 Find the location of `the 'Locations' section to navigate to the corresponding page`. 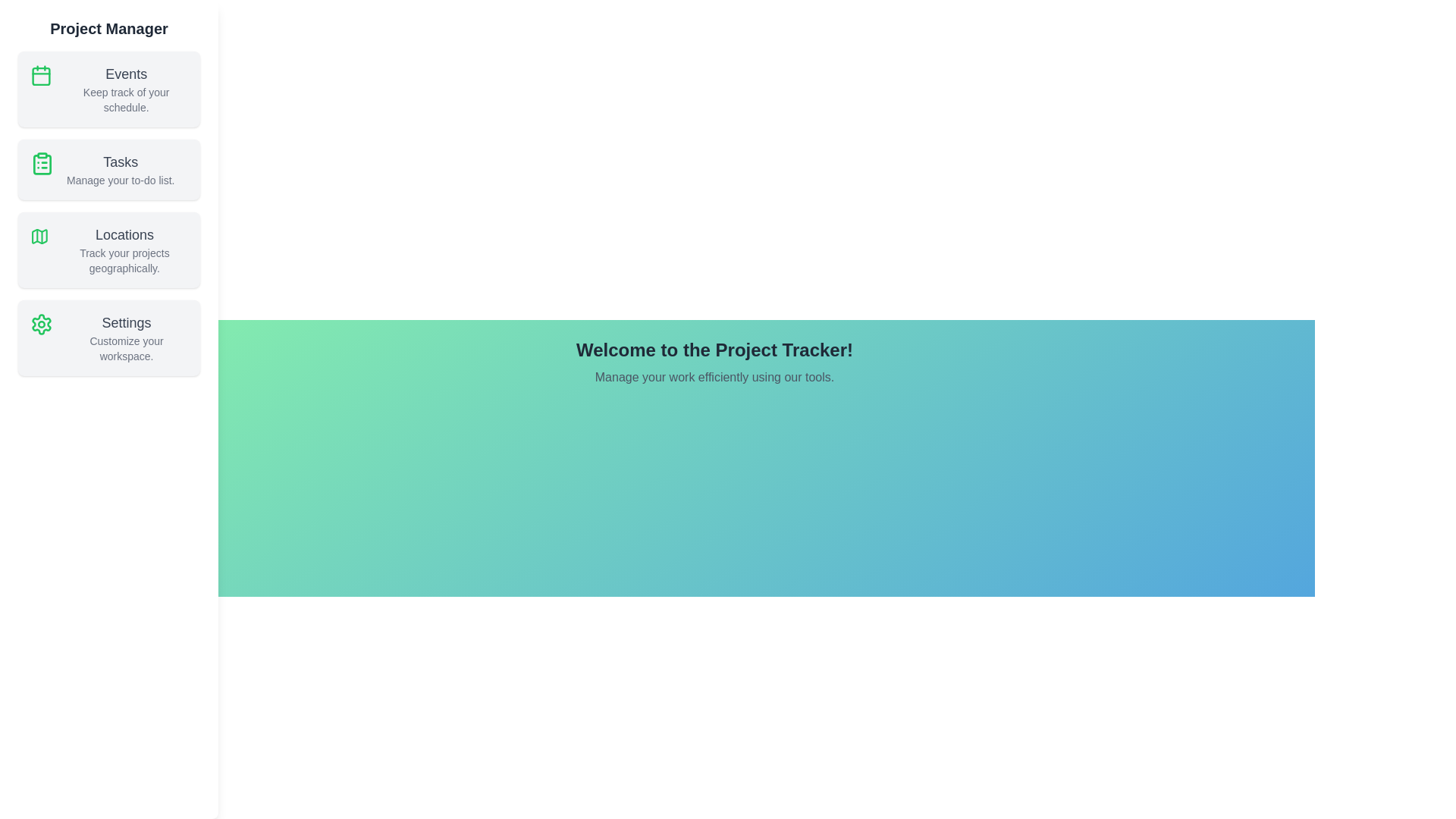

the 'Locations' section to navigate to the corresponding page is located at coordinates (108, 249).